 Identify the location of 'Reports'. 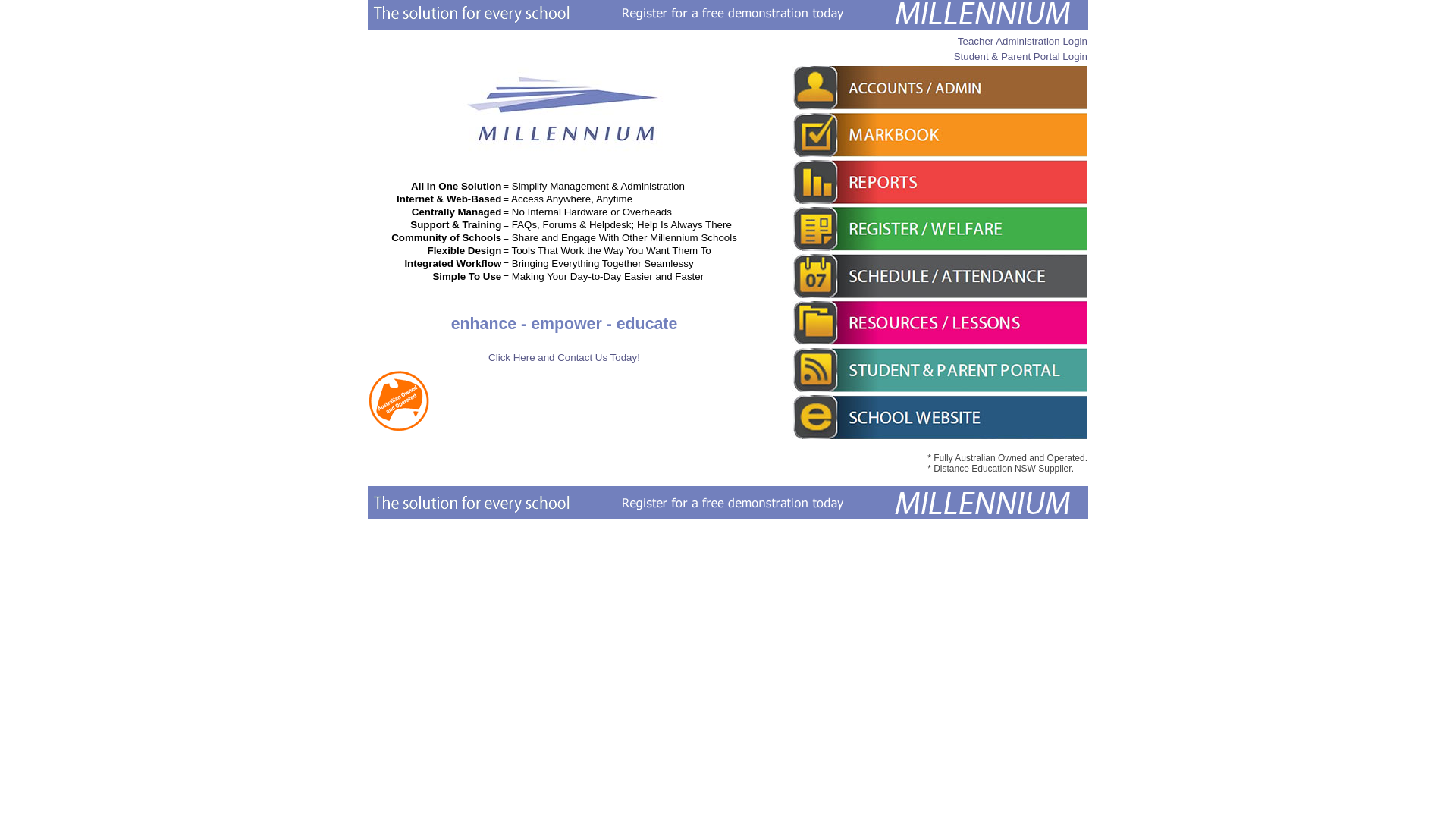
(938, 180).